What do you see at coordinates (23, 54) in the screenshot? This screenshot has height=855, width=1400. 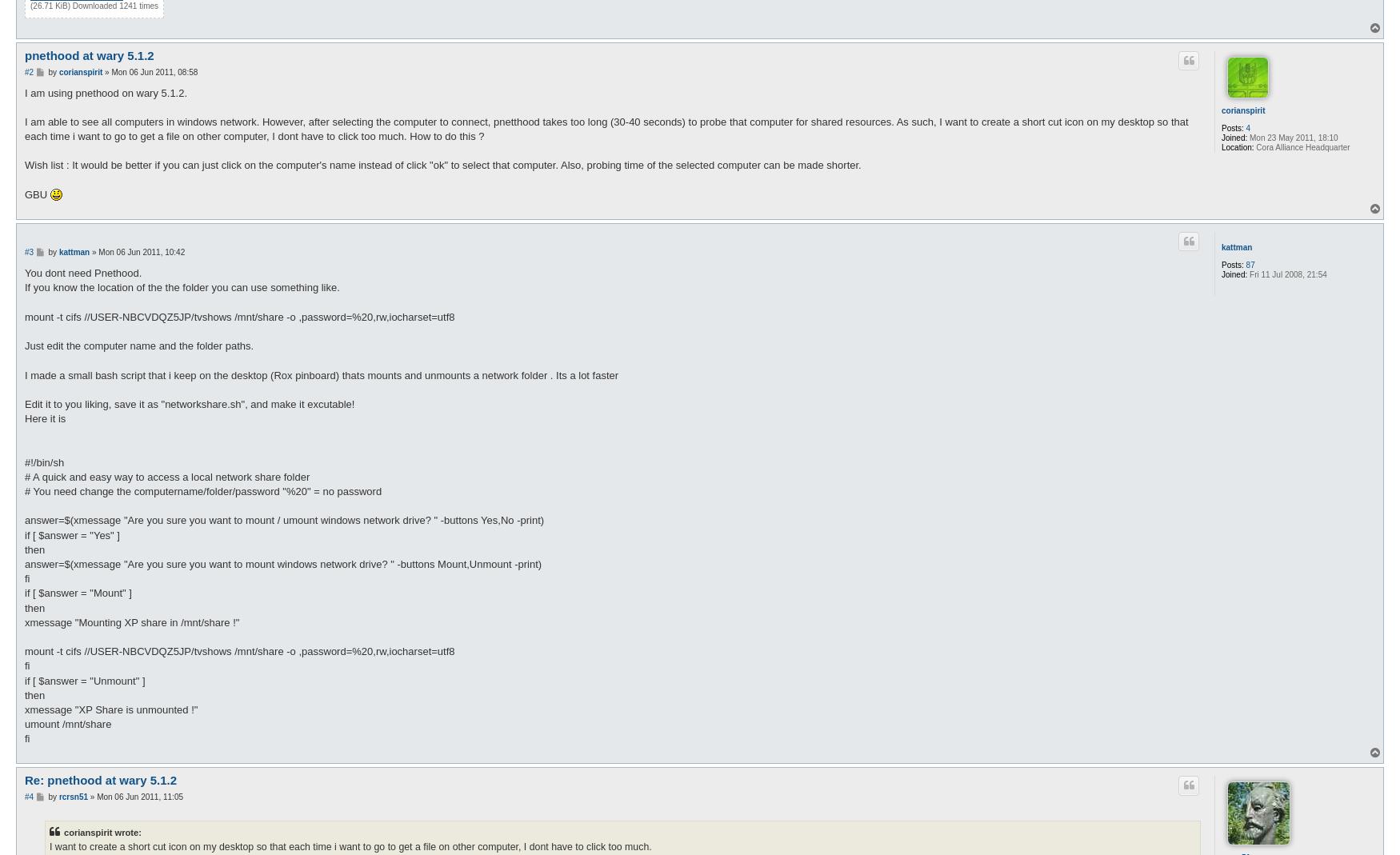 I see `'pnethood at wary 5.1.2'` at bounding box center [23, 54].